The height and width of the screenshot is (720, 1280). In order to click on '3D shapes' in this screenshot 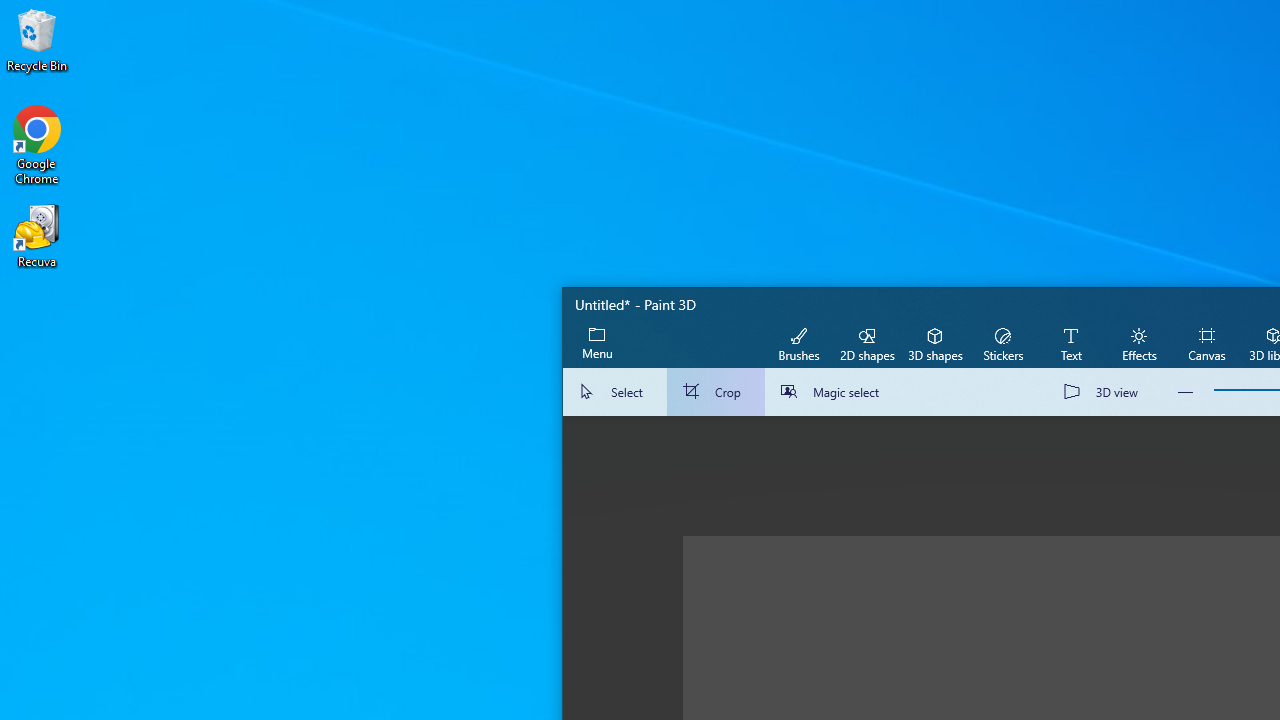, I will do `click(934, 342)`.